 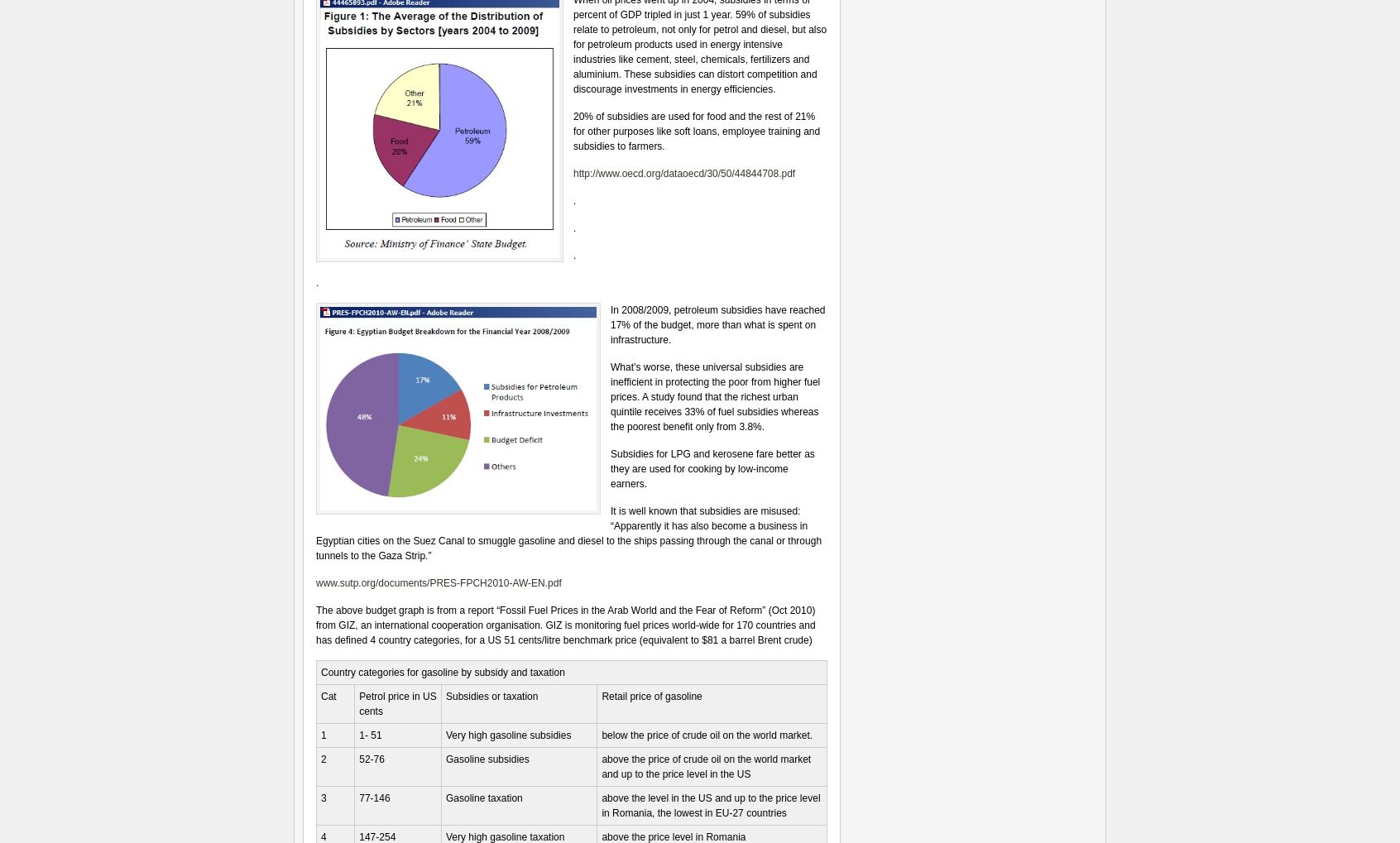 What do you see at coordinates (443, 672) in the screenshot?
I see `'Country categories for gasoline by subsidy and taxation'` at bounding box center [443, 672].